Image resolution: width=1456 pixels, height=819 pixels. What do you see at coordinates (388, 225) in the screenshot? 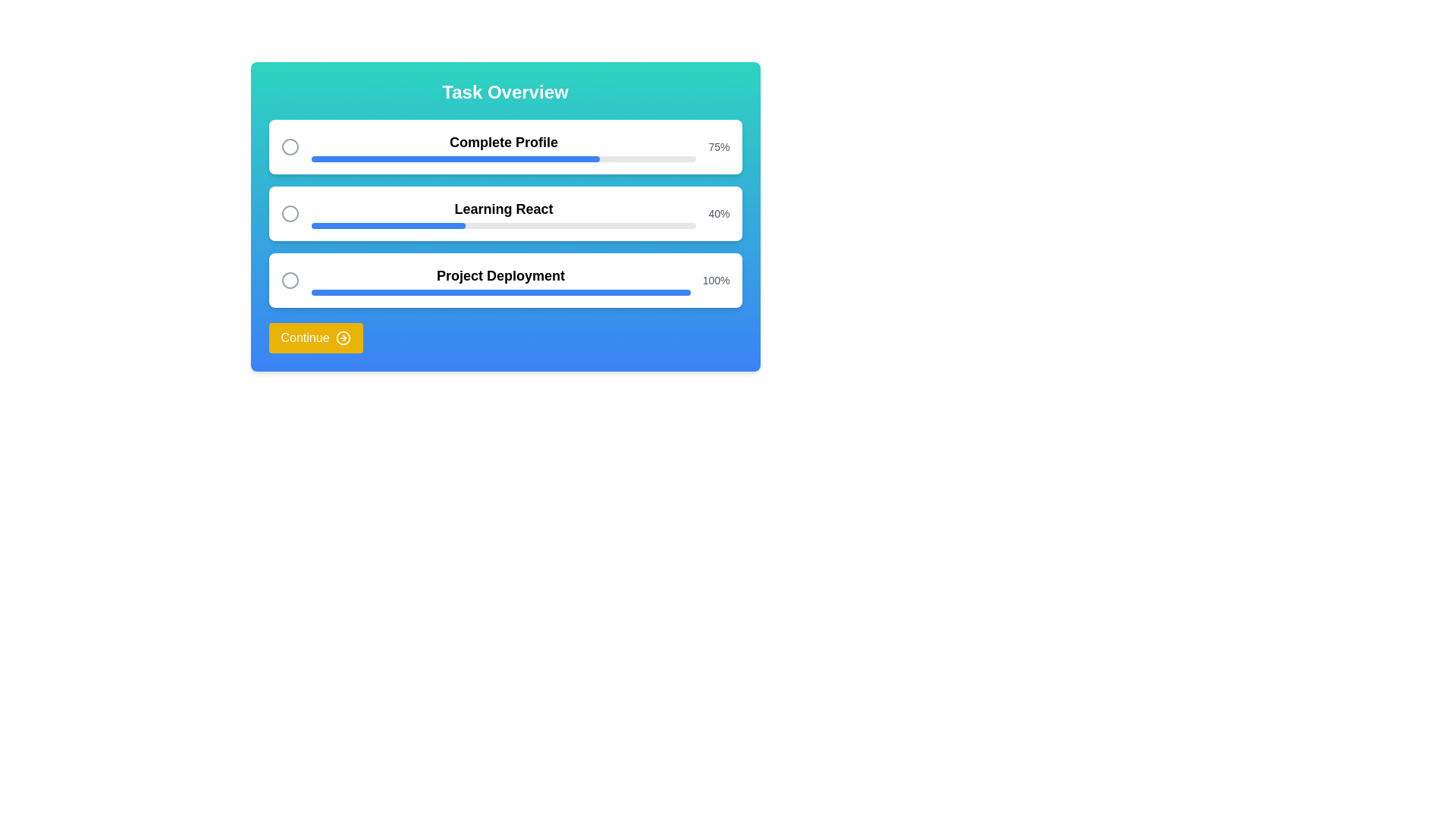
I see `the blue progress bar segment that represents 40% of the total width within the second progress bar labeled 'Learning React'` at bounding box center [388, 225].